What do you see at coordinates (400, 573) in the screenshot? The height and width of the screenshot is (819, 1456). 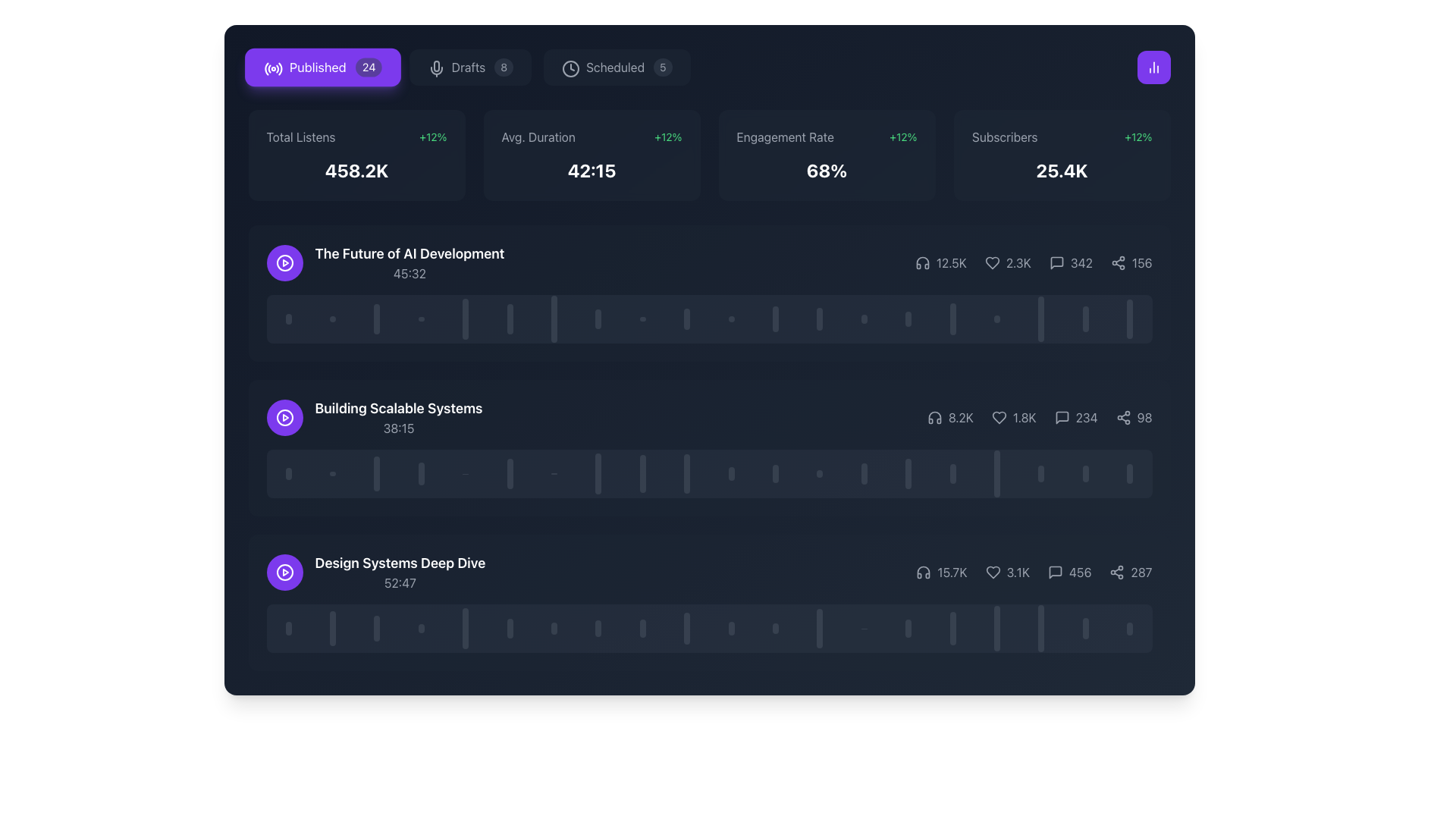 I see `the text cluster that serves as the title and duration of a media item, located in the lower portion of a vertical list, specifically the third entry after 'Building Scalable Systems'` at bounding box center [400, 573].